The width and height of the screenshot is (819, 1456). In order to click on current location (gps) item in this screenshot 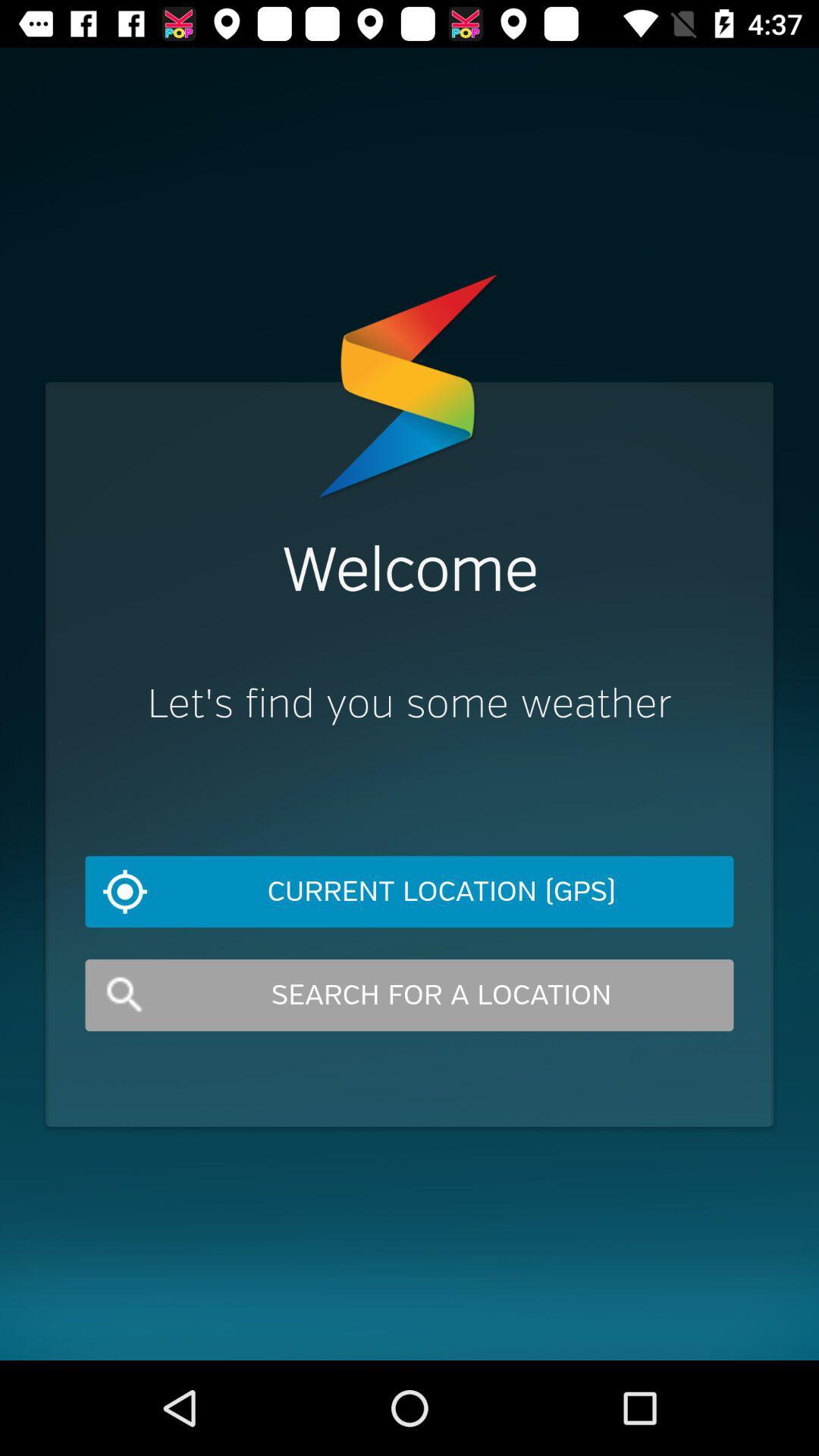, I will do `click(409, 892)`.